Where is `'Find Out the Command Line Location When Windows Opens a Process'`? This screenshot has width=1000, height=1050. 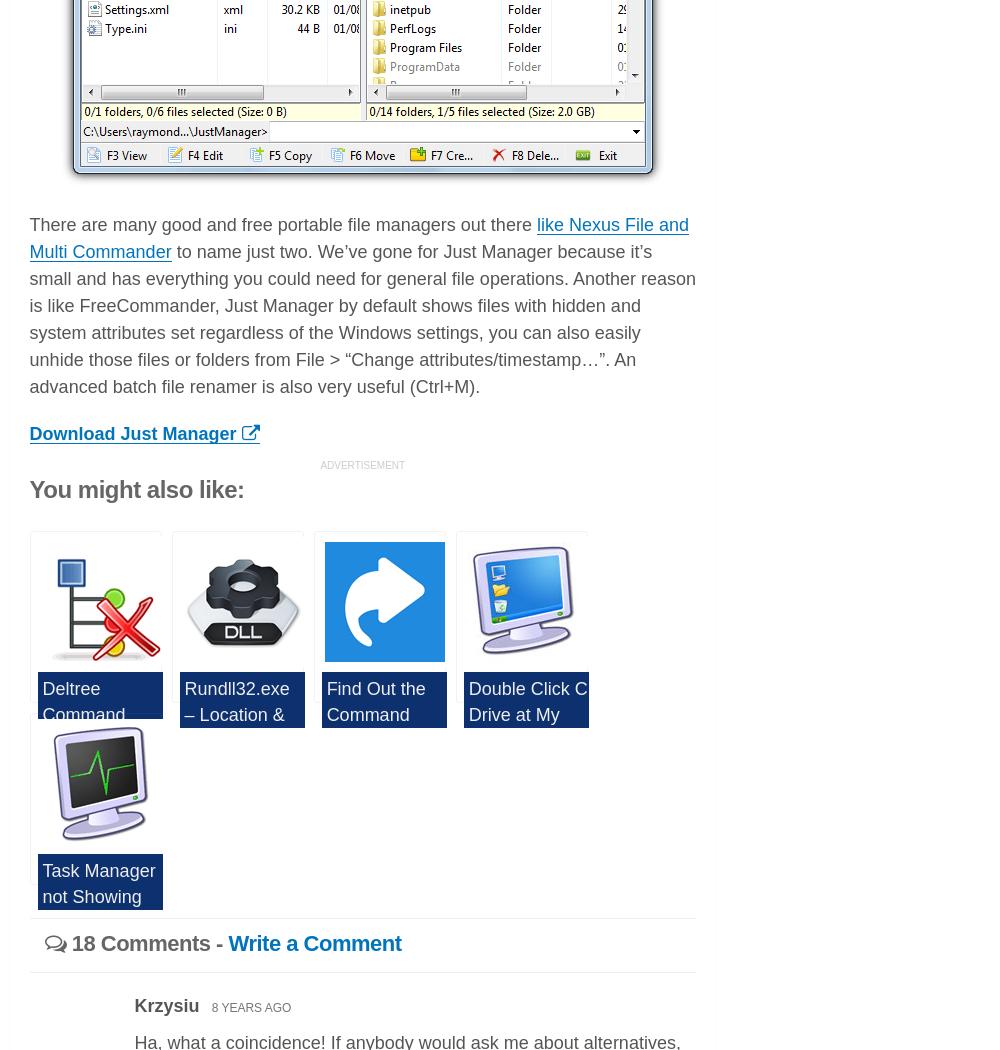 'Find Out the Command Line Location When Windows Opens a Process' is located at coordinates (325, 764).